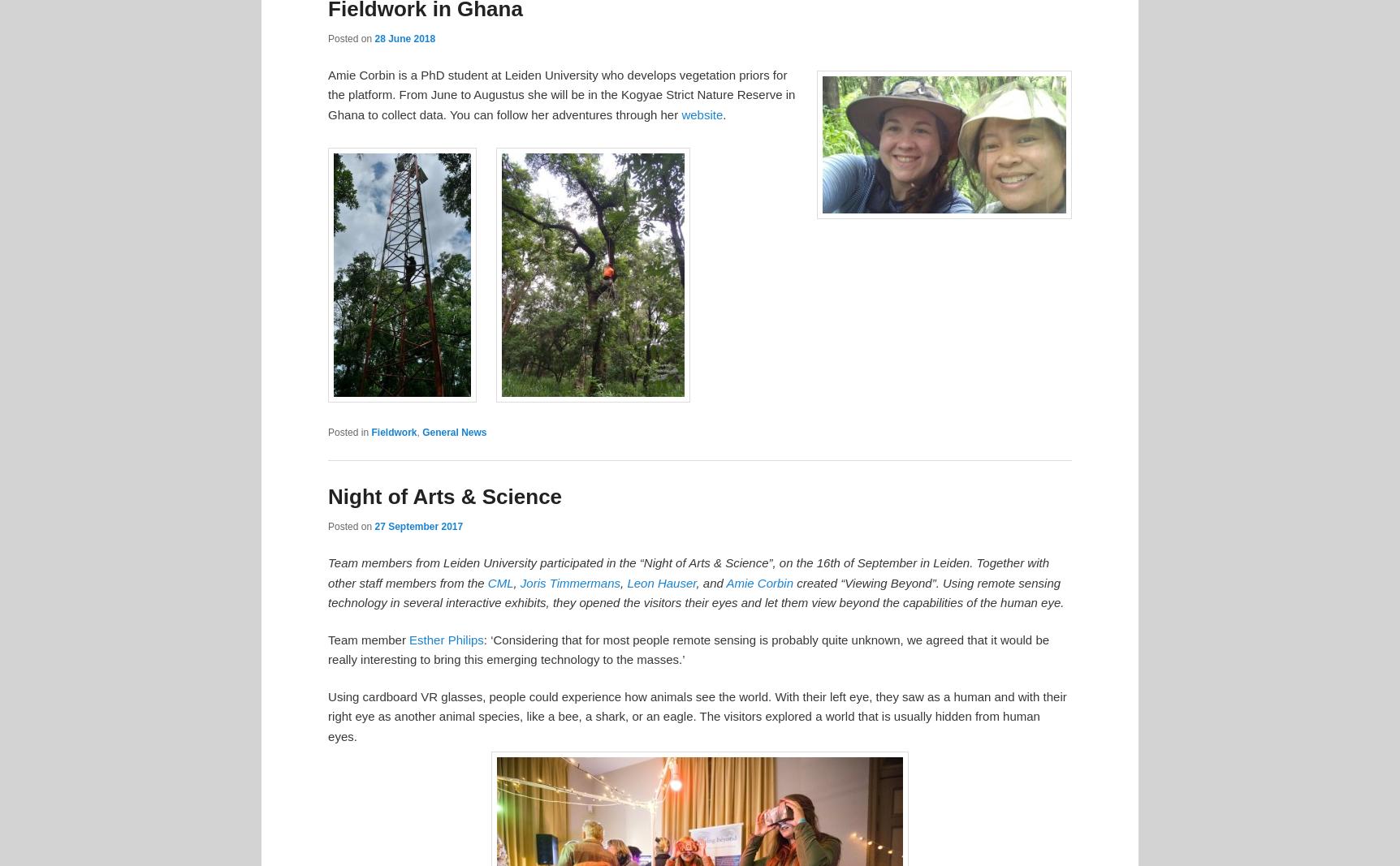 The image size is (1400, 866). What do you see at coordinates (688, 648) in the screenshot?
I see `': ‘Considering that for most people remote sensing is probably quite unknown, we agreed that it would be really interesting to bring this emerging technology to the masses.’'` at bounding box center [688, 648].